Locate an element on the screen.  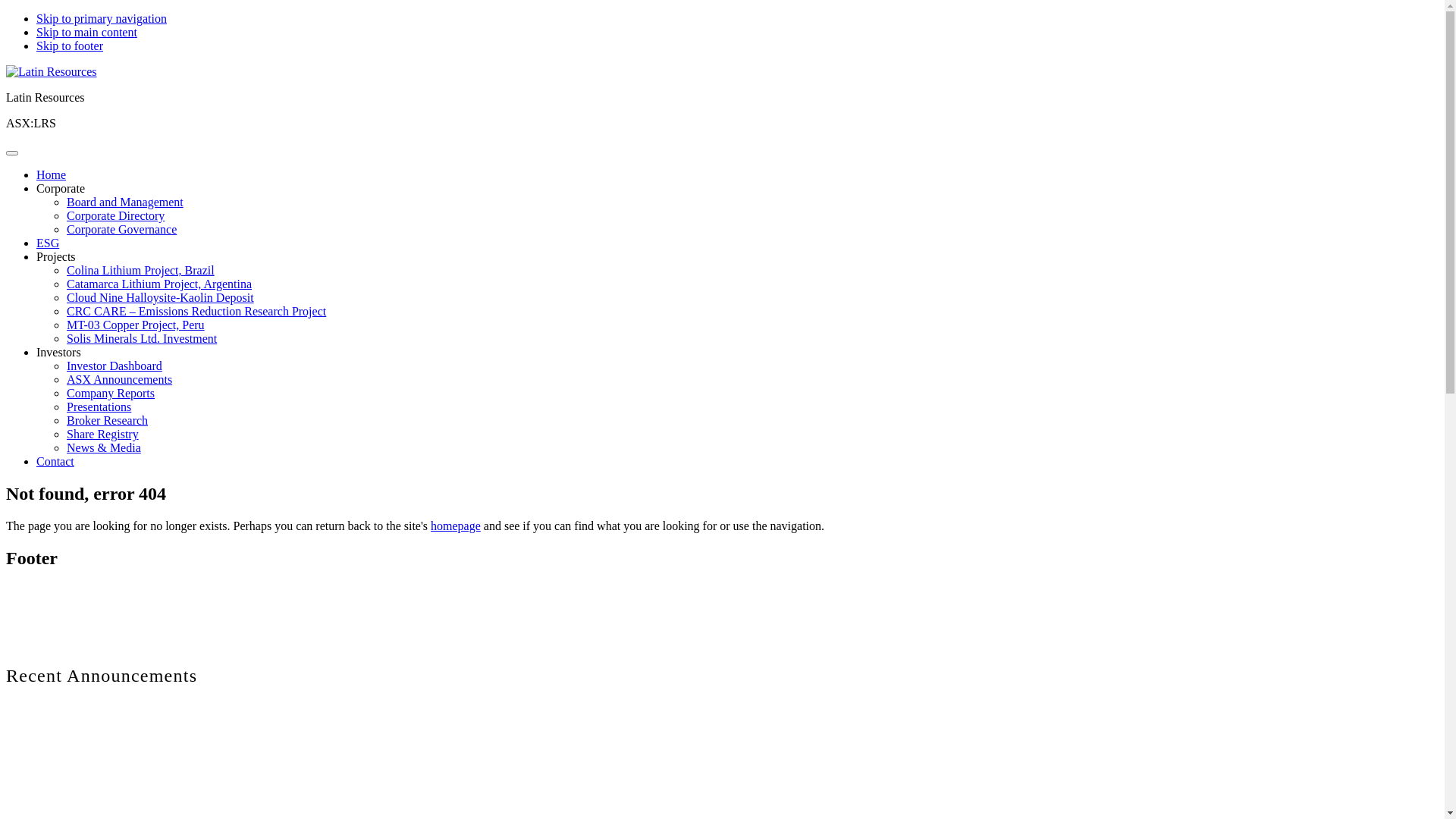
'ESG' is located at coordinates (36, 242).